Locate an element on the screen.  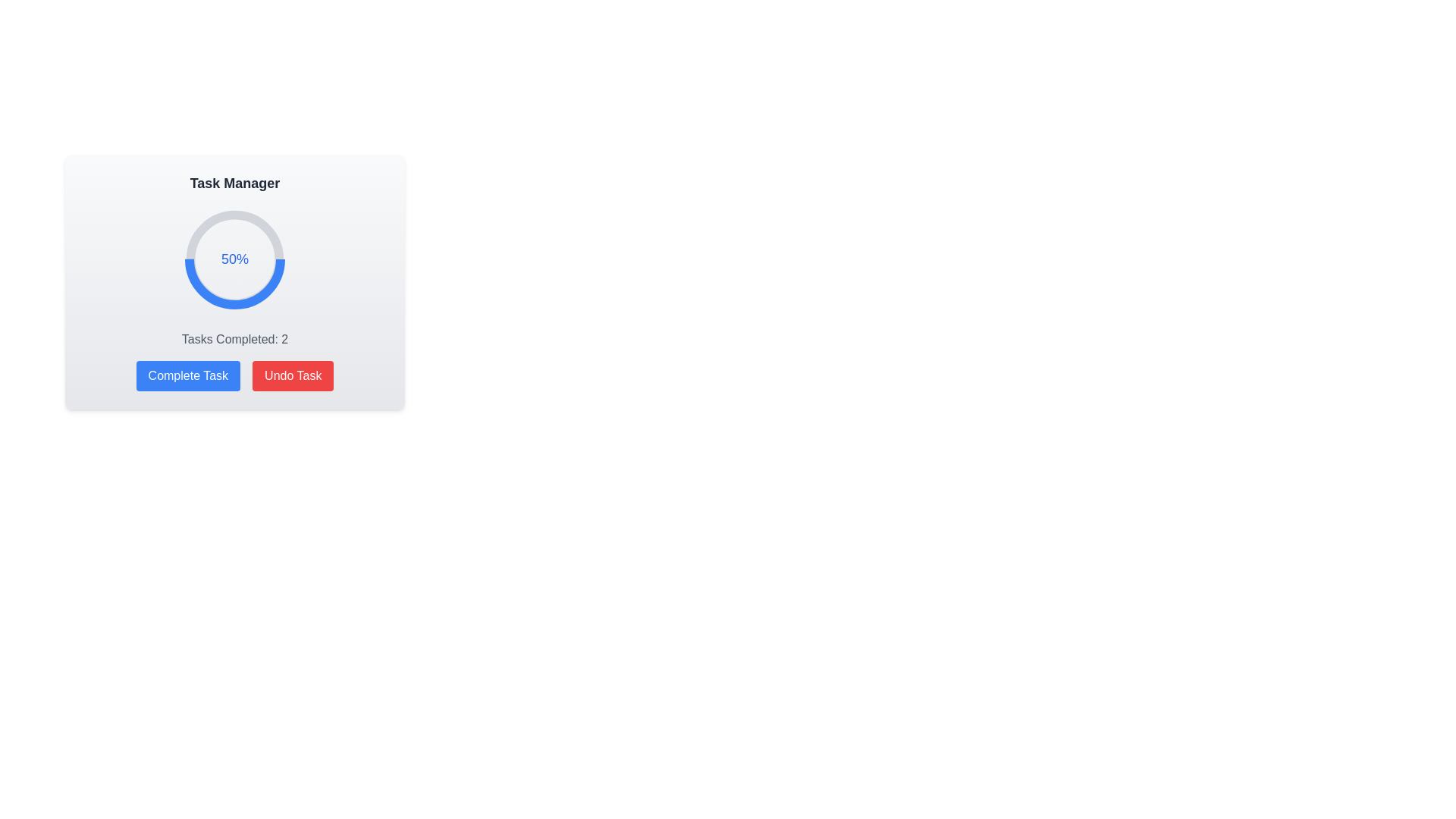
the Circular progress indicator, which is a prominent circle with a light grey outline and a white inner fill, displaying a bold percentage value, located centrally on the dashboard interface is located at coordinates (234, 259).